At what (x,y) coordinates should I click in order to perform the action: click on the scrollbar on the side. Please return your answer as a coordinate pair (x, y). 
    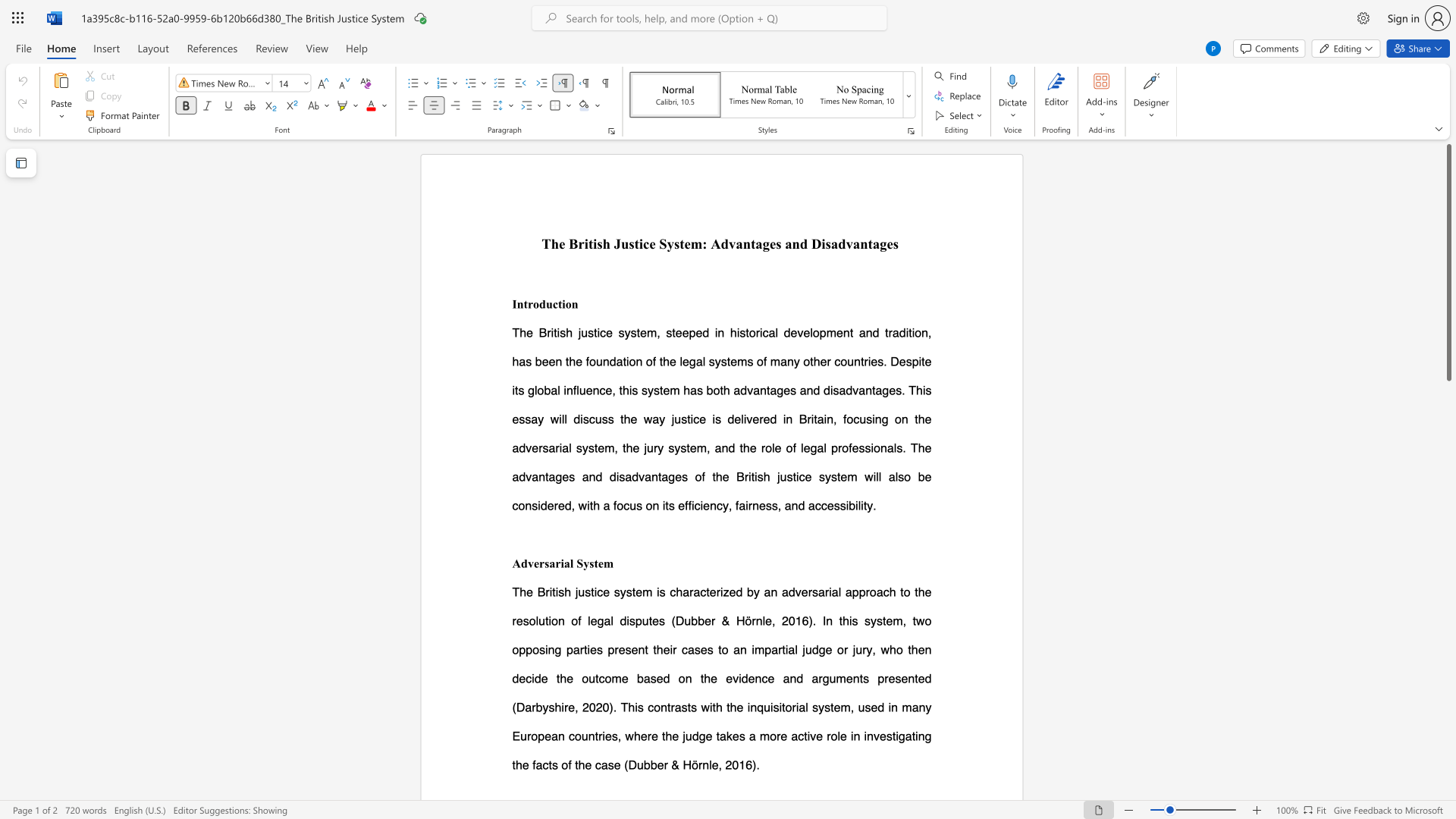
    Looking at the image, I should click on (1448, 500).